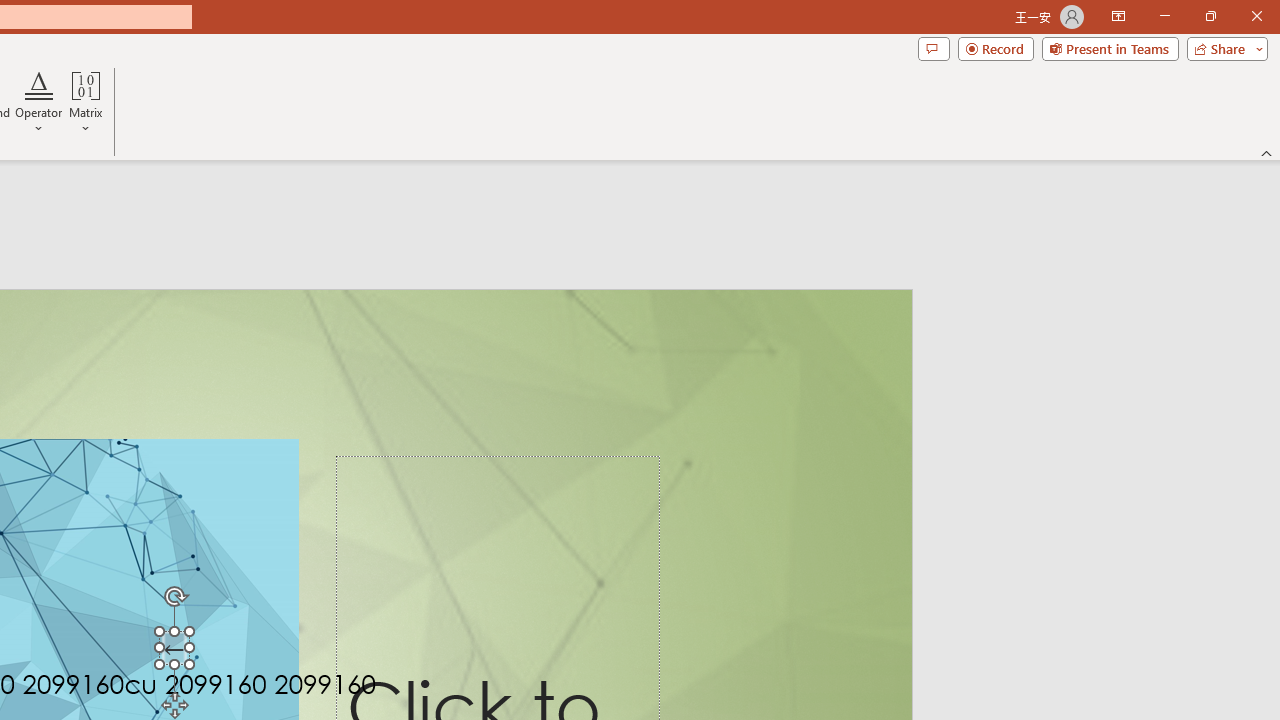 Image resolution: width=1280 pixels, height=720 pixels. I want to click on 'Matrix', so click(85, 103).